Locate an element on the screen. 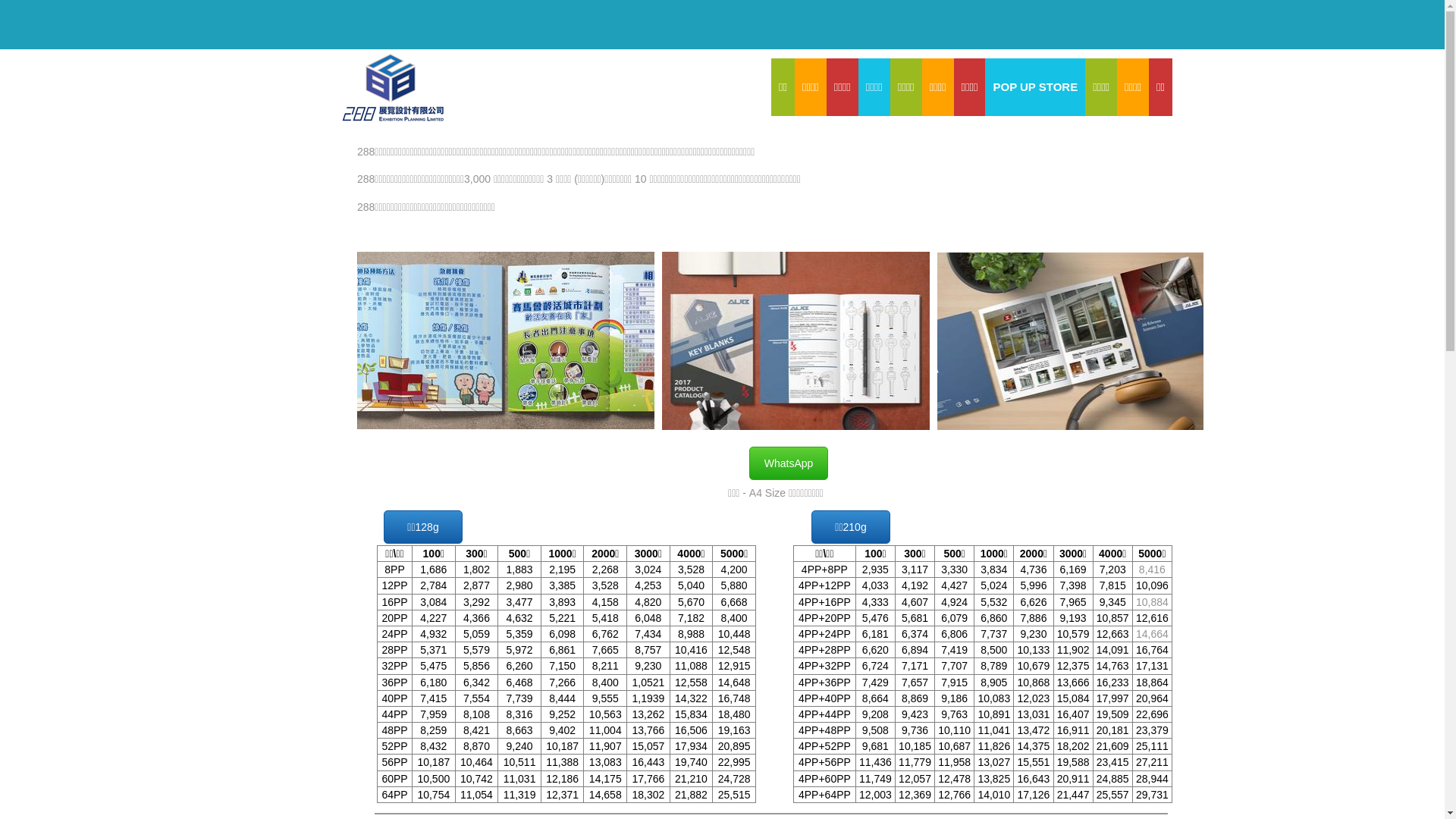 The height and width of the screenshot is (819, 1456). 'POP UP STORE' is located at coordinates (1034, 87).